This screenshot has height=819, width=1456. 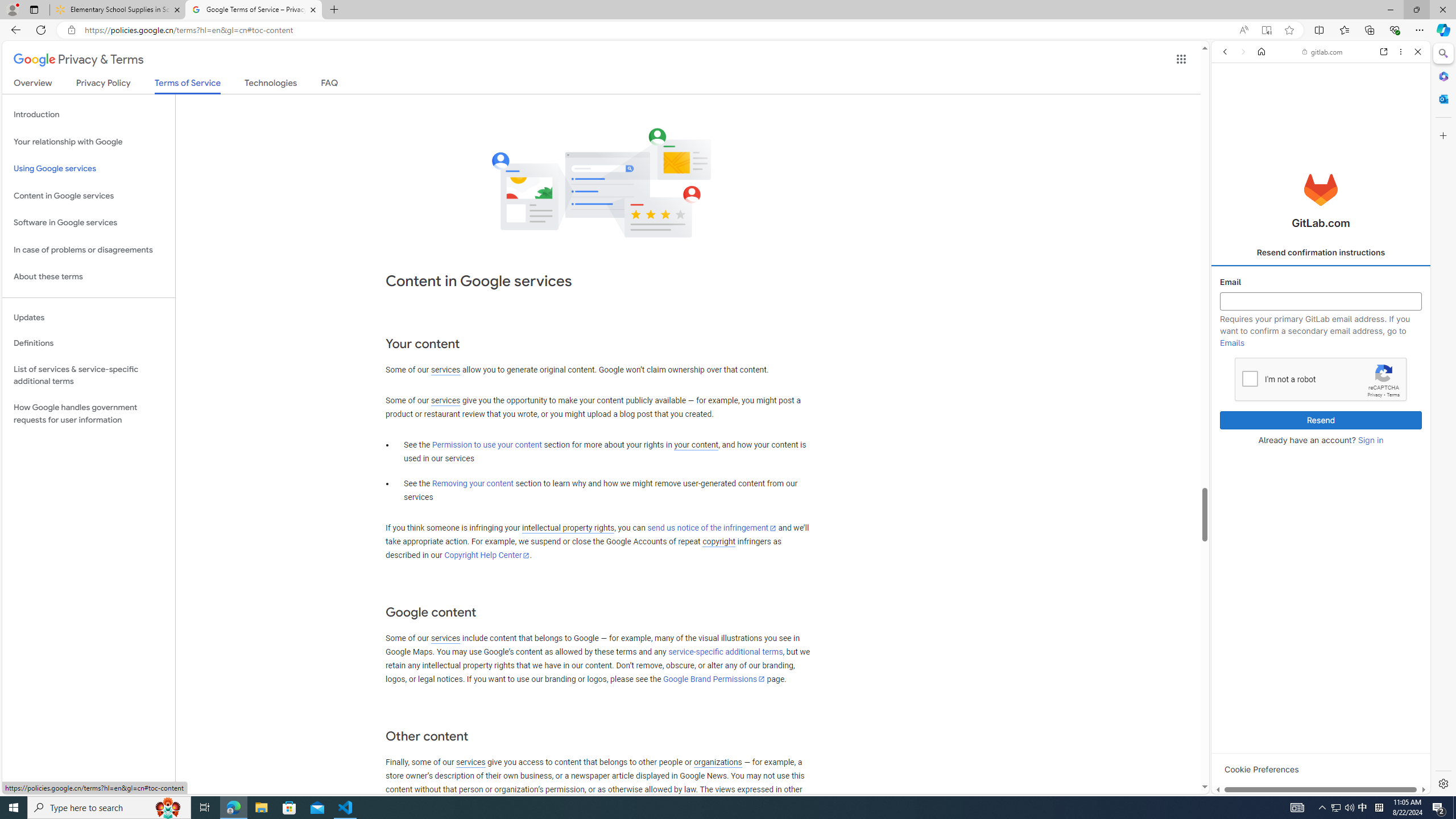 What do you see at coordinates (1298, 130) in the screenshot?
I see `'VIDEOS'` at bounding box center [1298, 130].